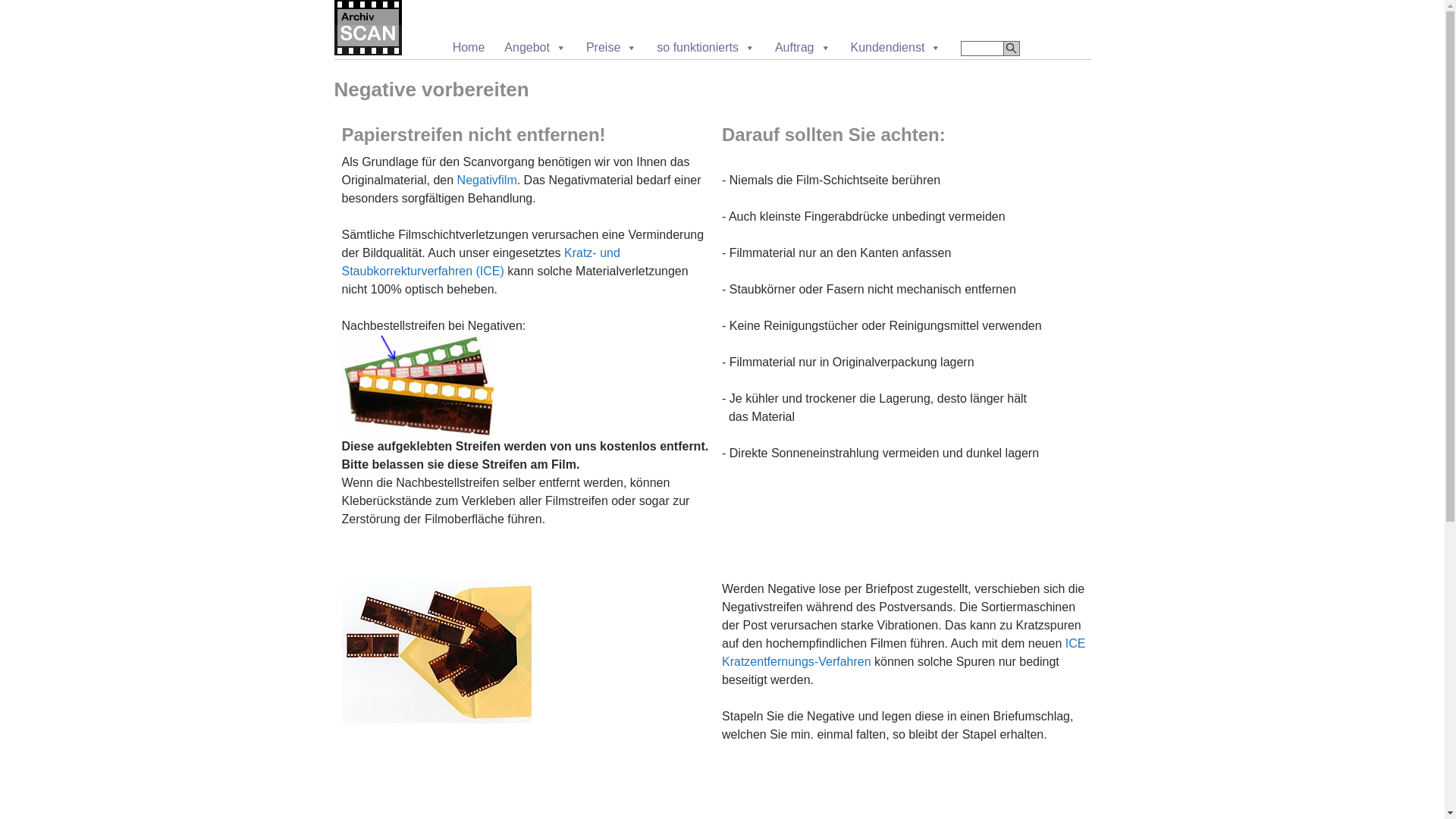 The height and width of the screenshot is (819, 1456). What do you see at coordinates (468, 46) in the screenshot?
I see `'Home'` at bounding box center [468, 46].